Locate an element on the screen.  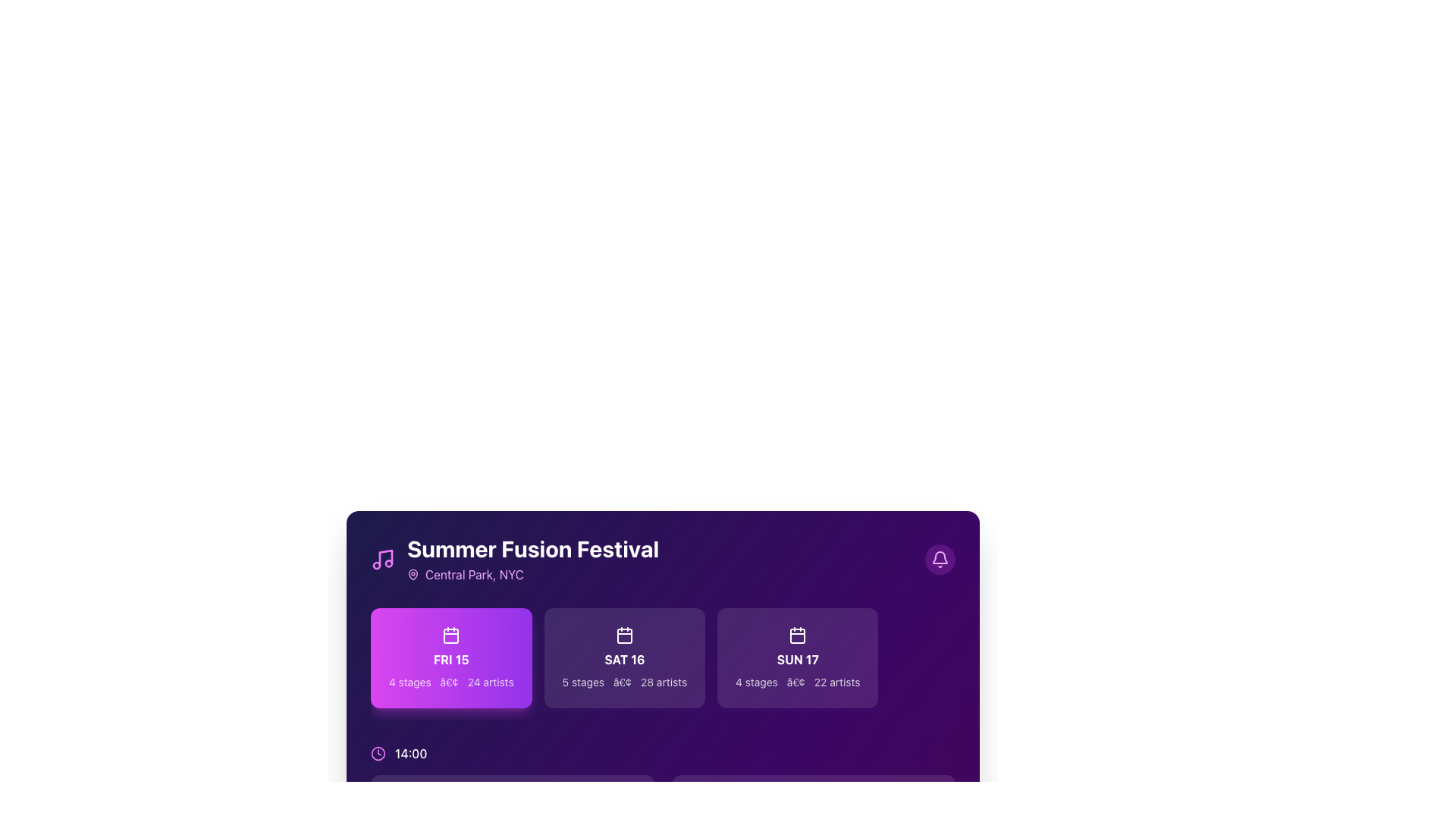
static text displaying '5 stages • 28 artists' which is styled in white with medium transparency, located below the main date text 'SAT 16' within the card for 'SAT 16' is located at coordinates (624, 681).